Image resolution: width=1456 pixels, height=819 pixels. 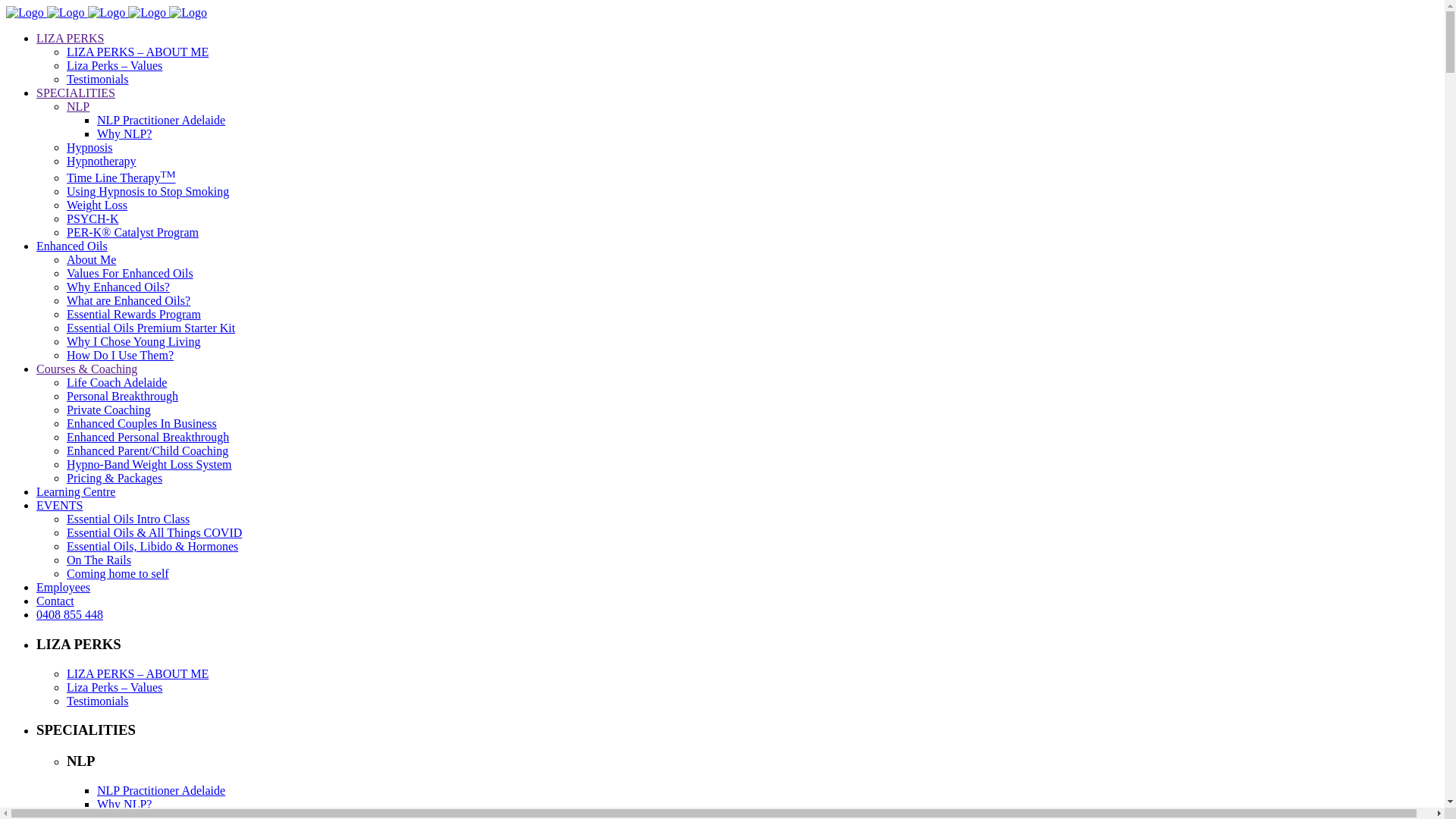 I want to click on 'NLP', so click(x=77, y=105).